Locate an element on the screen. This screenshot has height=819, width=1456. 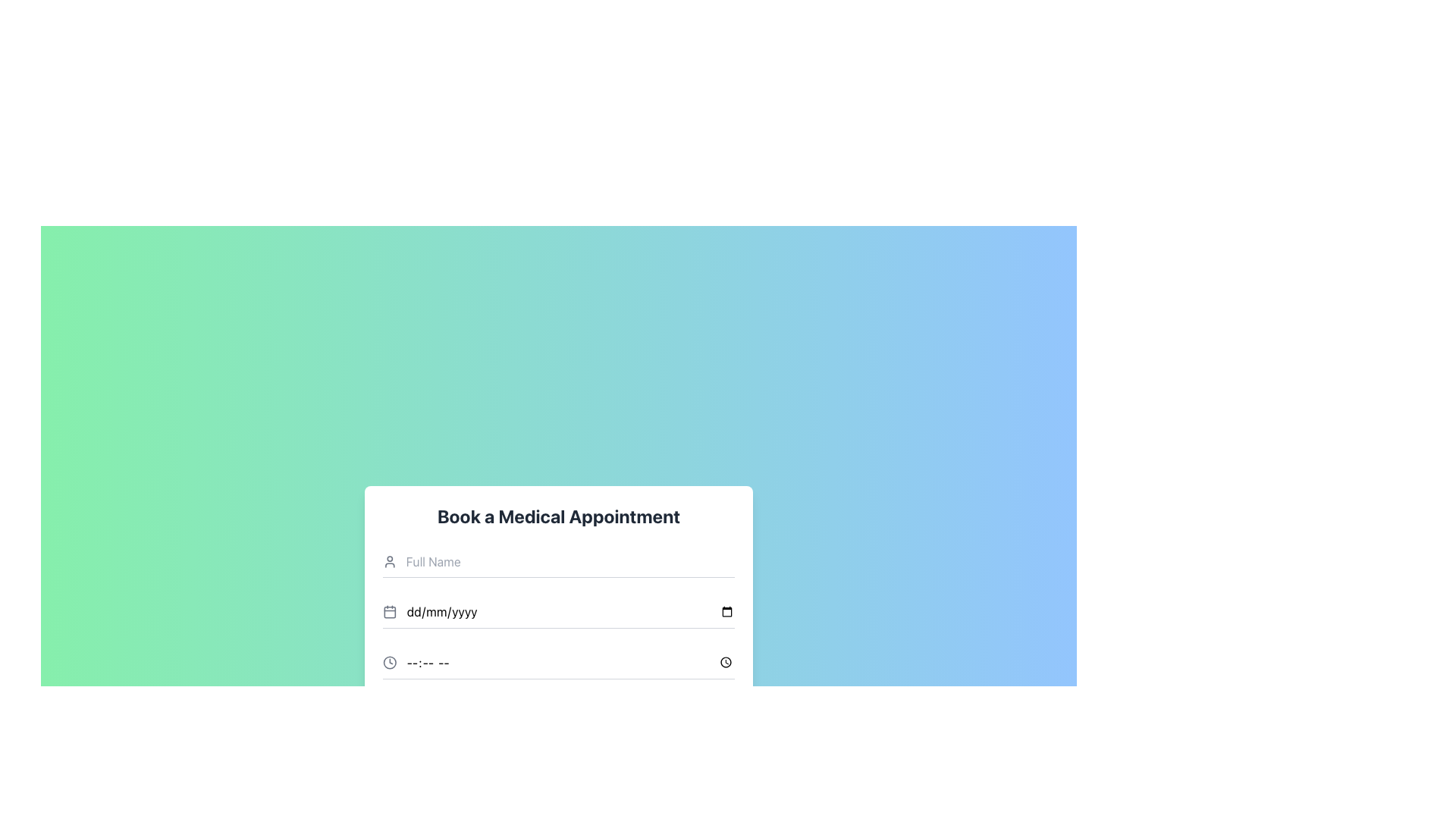
the user icon, which is a minimalist grey outline of a person located to the left of the 'Full Name' input field is located at coordinates (390, 561).